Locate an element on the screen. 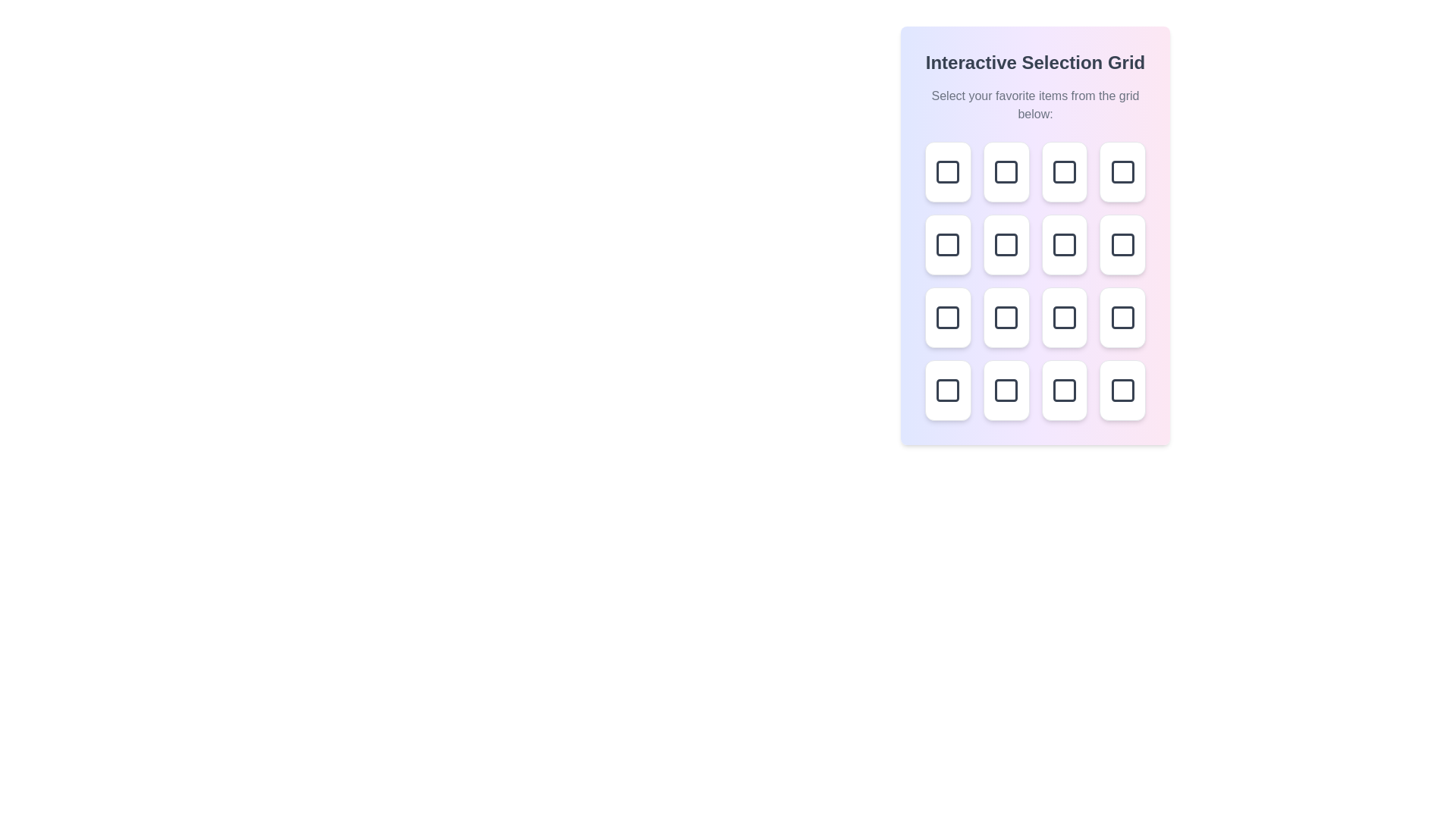  the small rectangle located in the middle element of the third row of the 4x4 grid within the 'Interactive Selection Grid' panel is located at coordinates (1006, 244).